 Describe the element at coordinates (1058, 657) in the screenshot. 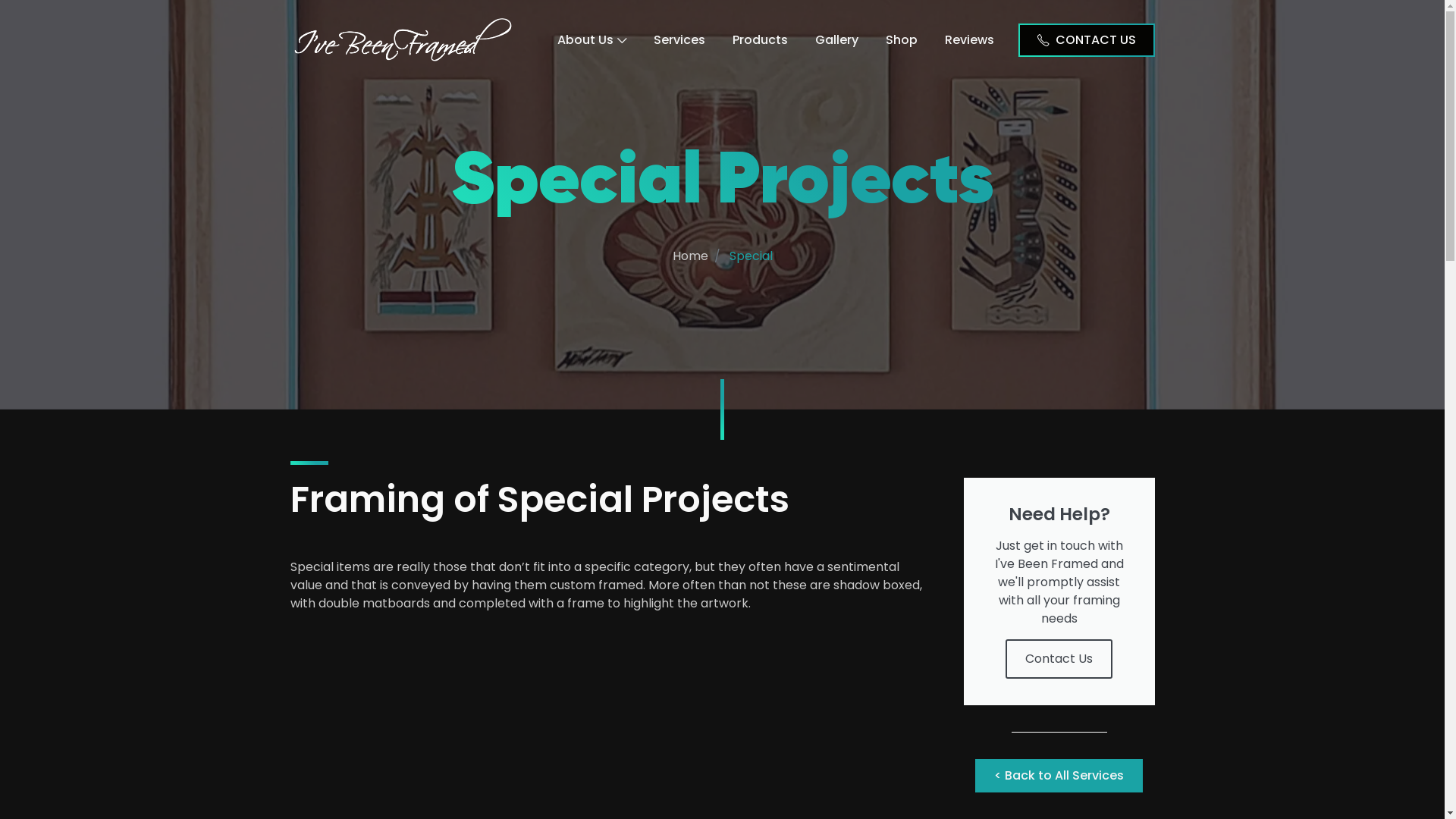

I see `'Contact Us'` at that location.